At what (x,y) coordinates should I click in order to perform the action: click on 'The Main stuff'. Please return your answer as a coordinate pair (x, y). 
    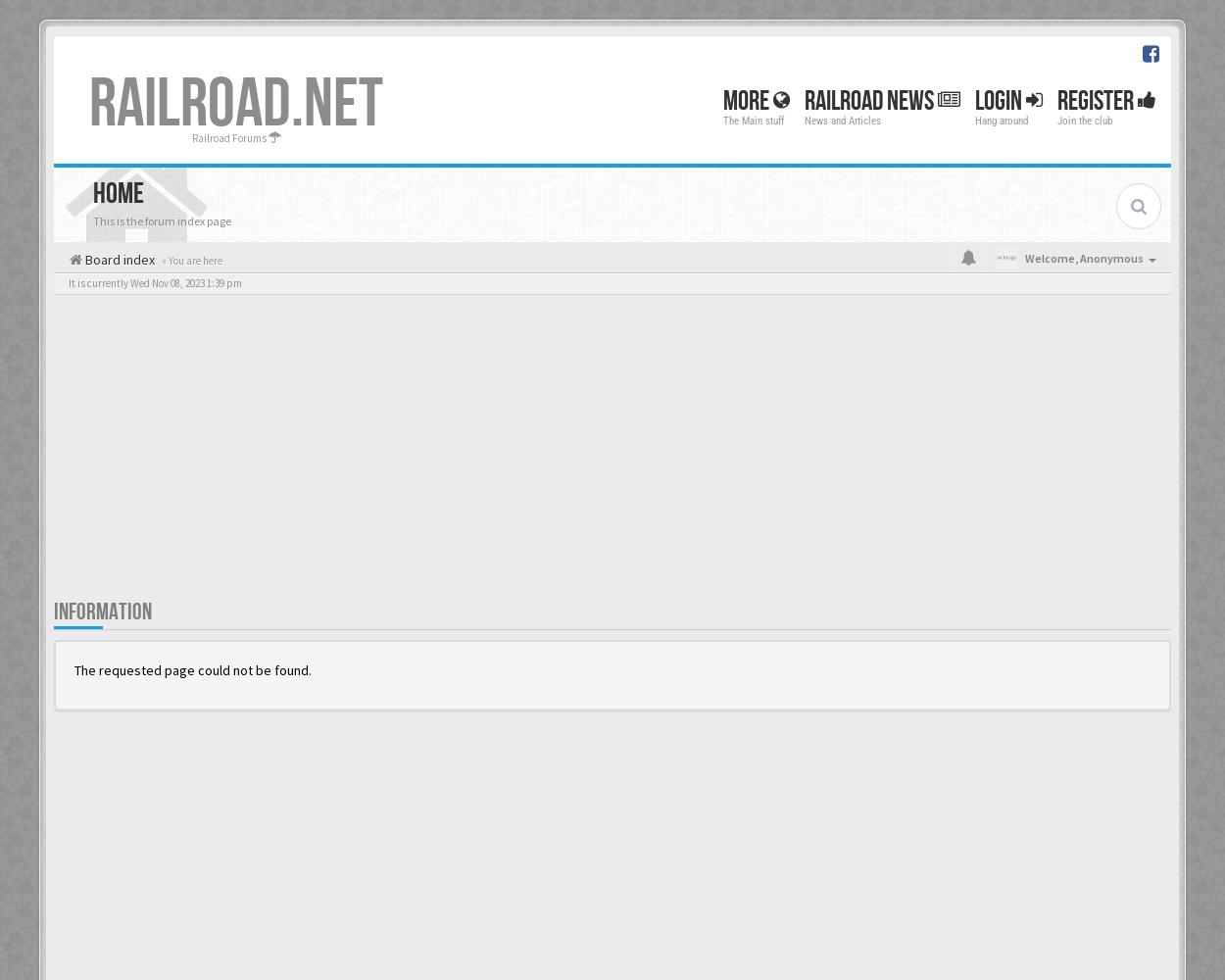
    Looking at the image, I should click on (754, 120).